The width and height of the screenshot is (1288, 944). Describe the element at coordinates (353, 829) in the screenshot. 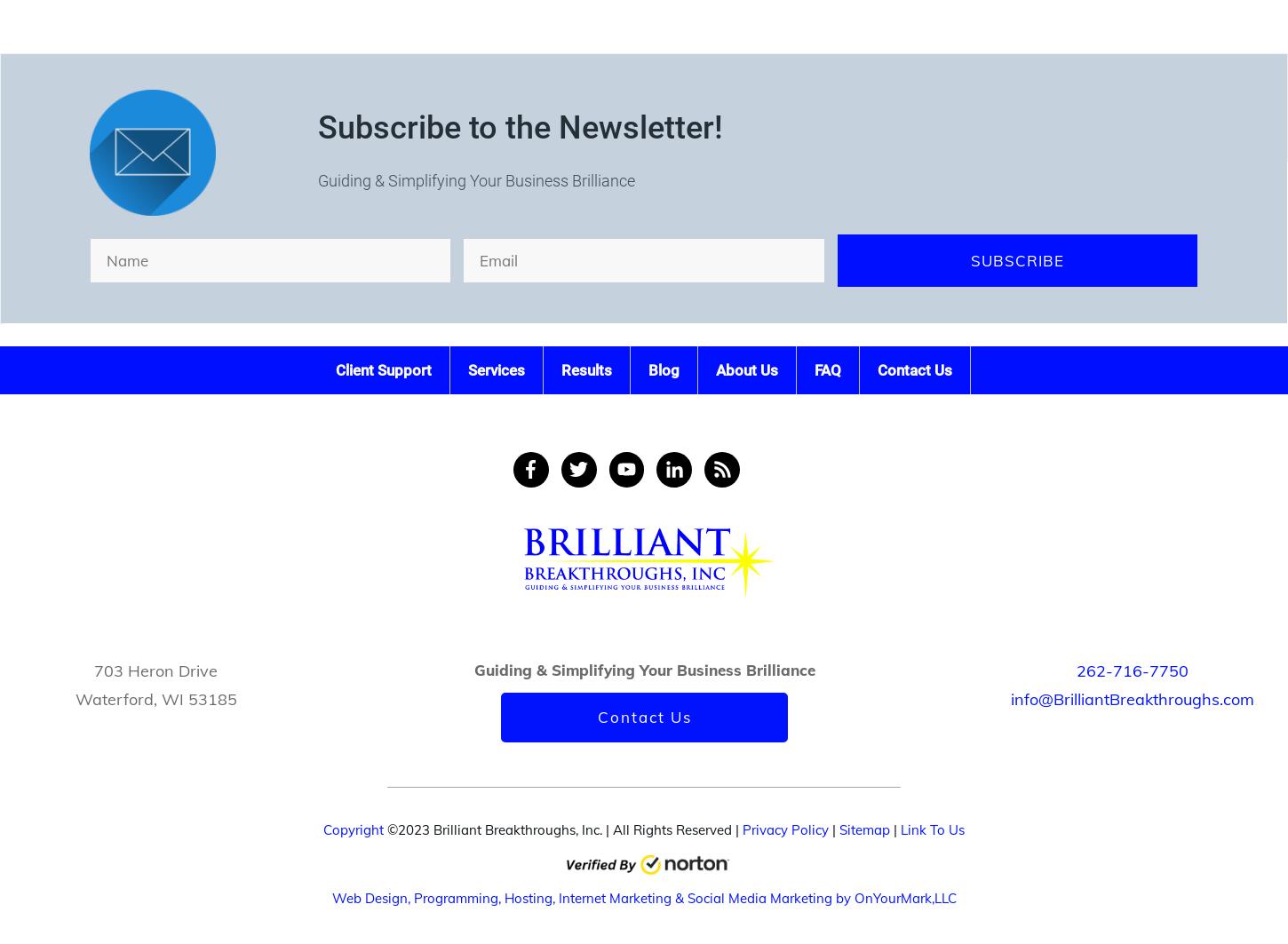

I see `'Copyright'` at that location.